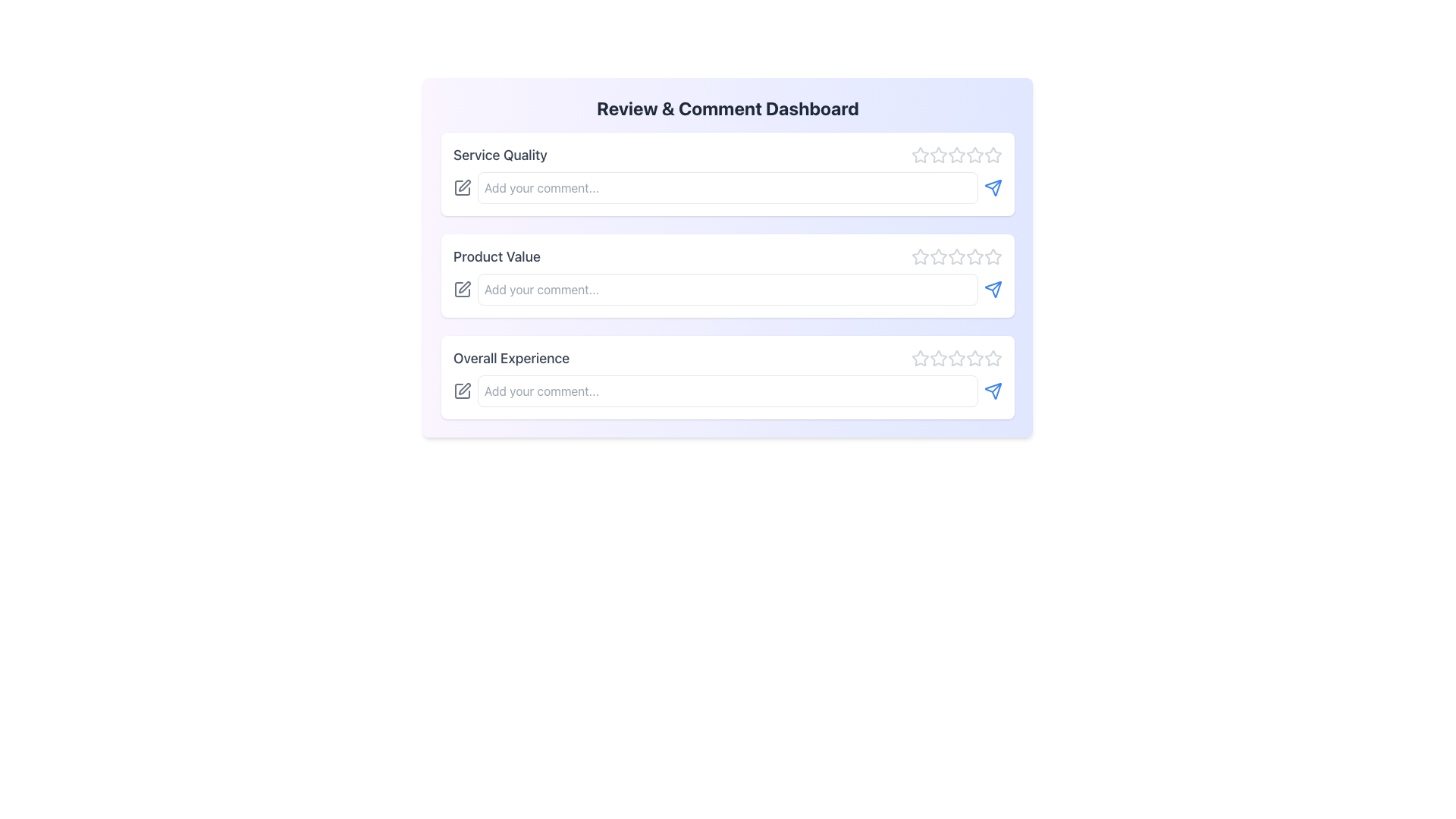 This screenshot has height=819, width=1456. I want to click on the second star icon in the 'Service Quality' section of the 'Review & Comment Dashboard' to change the rating, so click(938, 155).